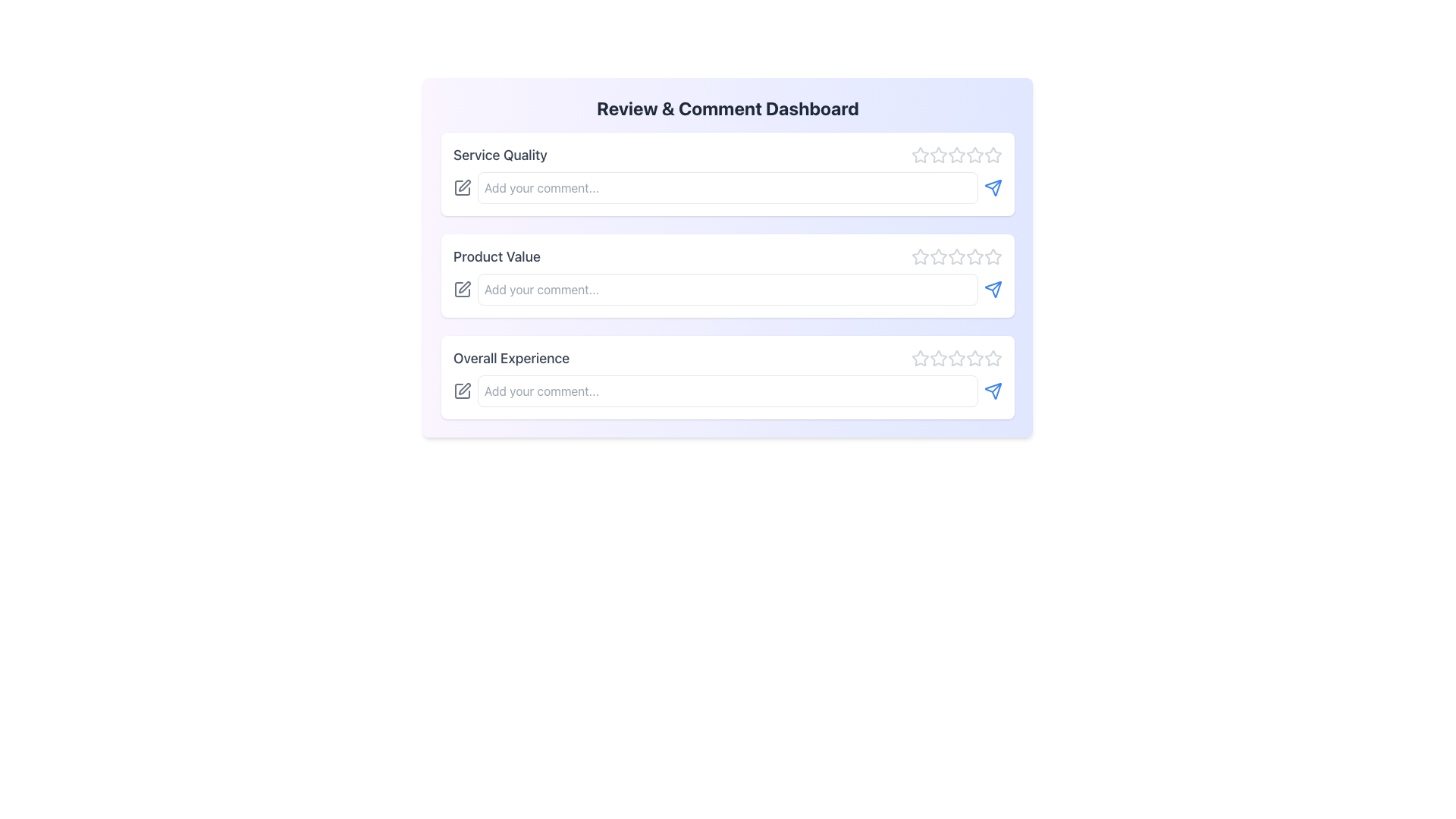 This screenshot has height=819, width=1456. I want to click on the second star icon in the 'Service Quality' section of the 'Review & Comment Dashboard' to change the rating, so click(938, 155).